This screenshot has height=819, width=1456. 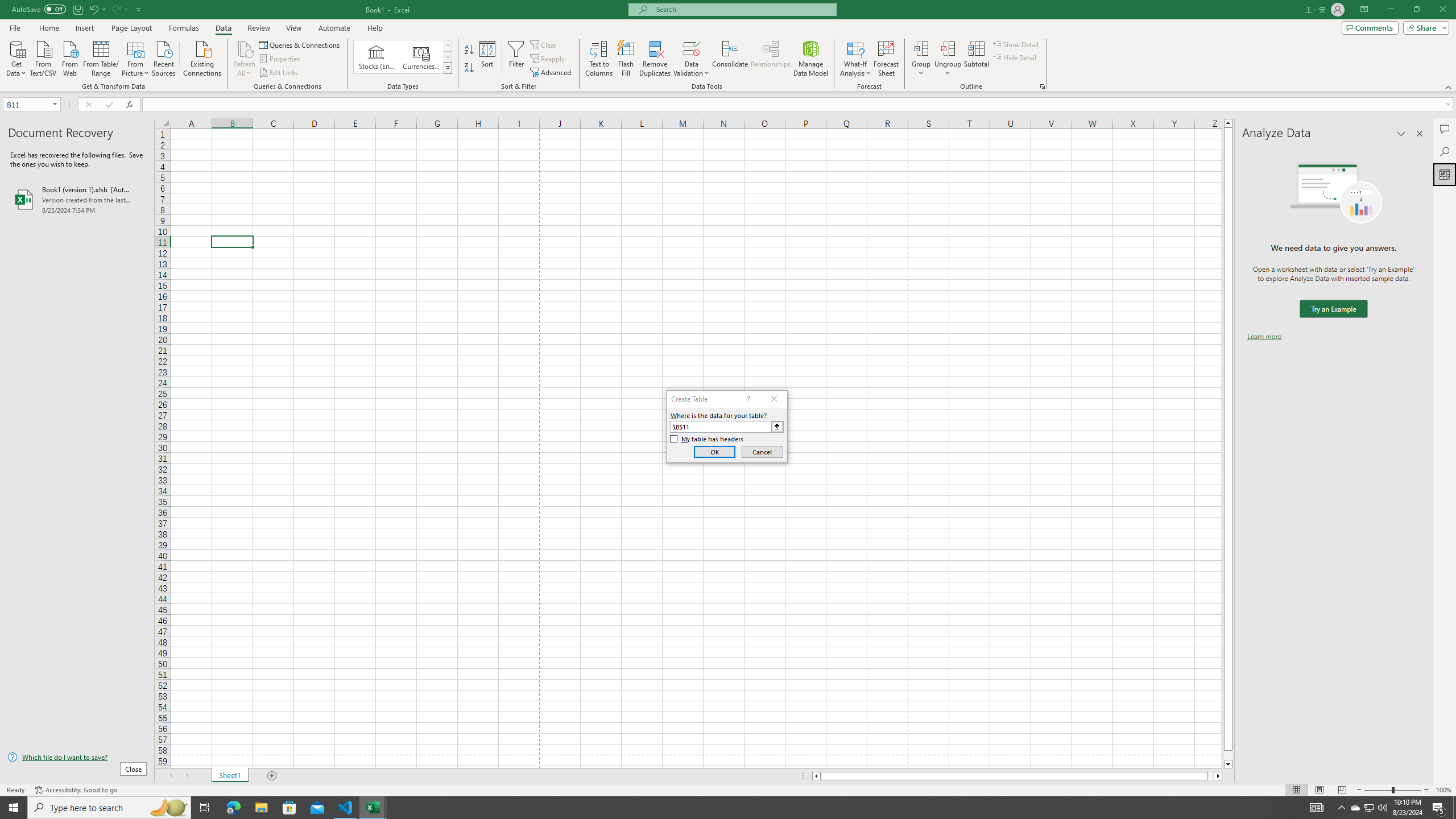 I want to click on 'Customize Quick Access Toolbar', so click(x=139, y=9).